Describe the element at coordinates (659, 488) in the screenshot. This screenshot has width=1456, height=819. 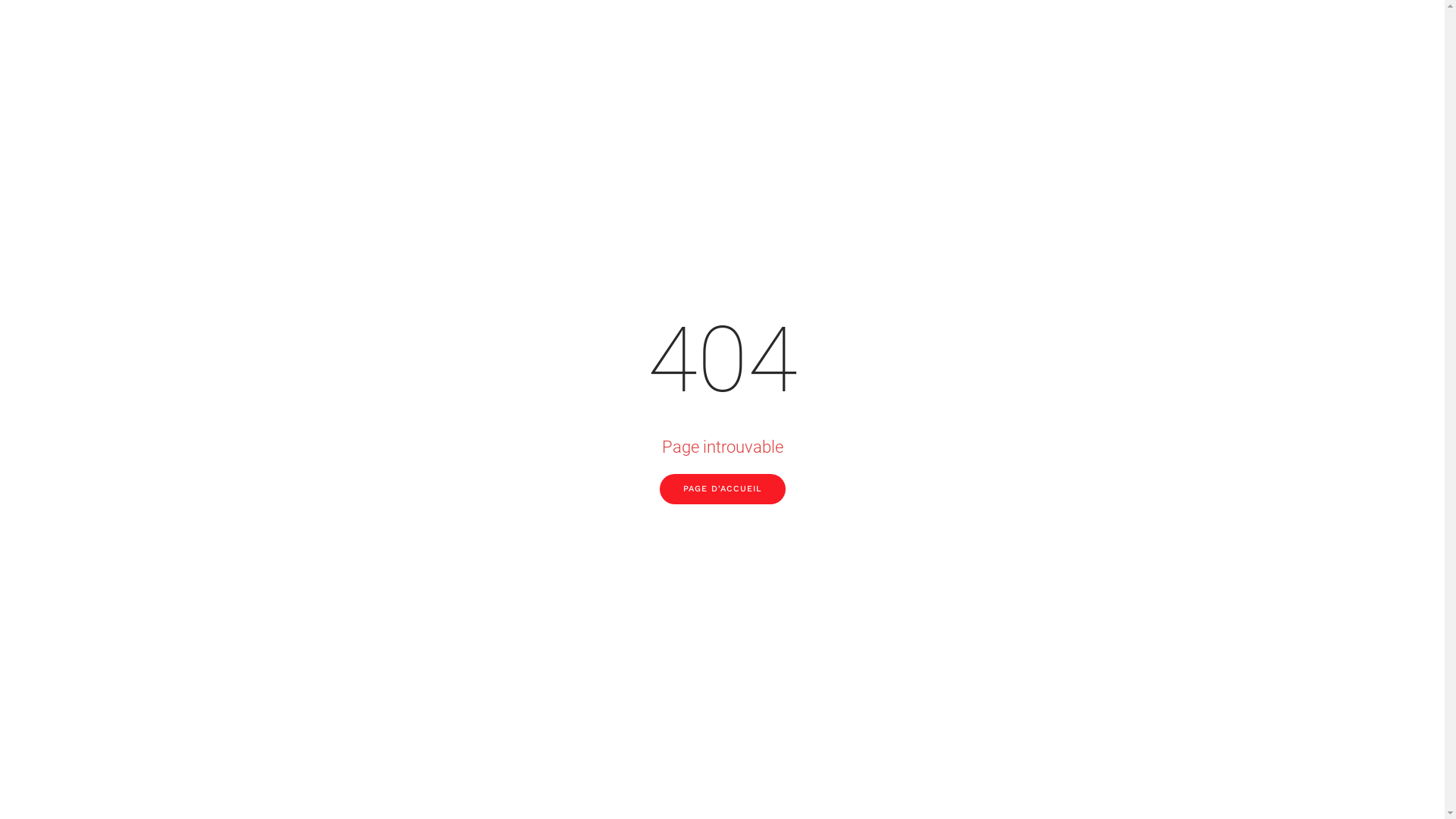
I see `'PAGE D'ACCUEIL'` at that location.